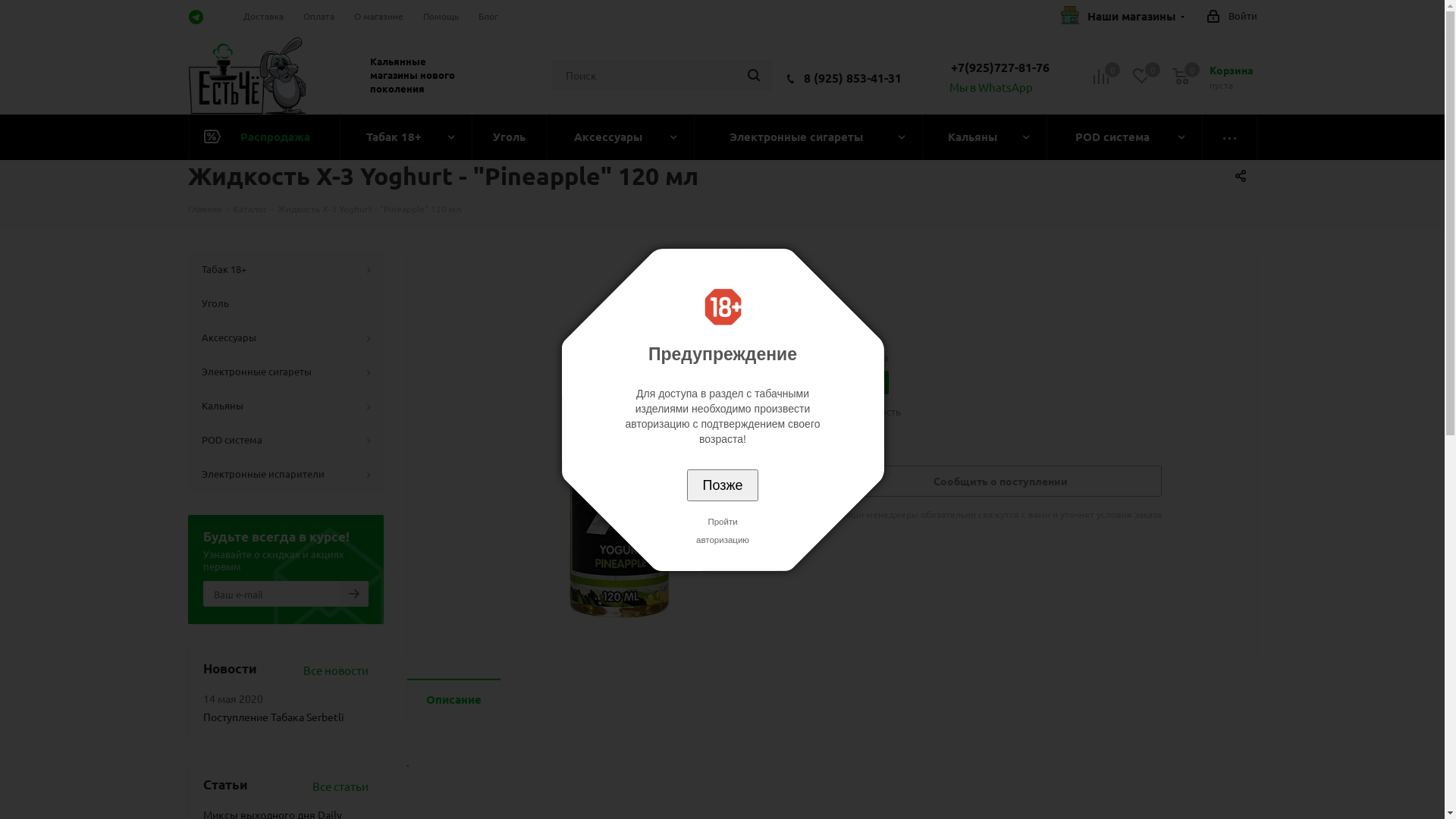 The width and height of the screenshot is (1456, 819). Describe the element at coordinates (1000, 66) in the screenshot. I see `'+7(925)727-81-76'` at that location.